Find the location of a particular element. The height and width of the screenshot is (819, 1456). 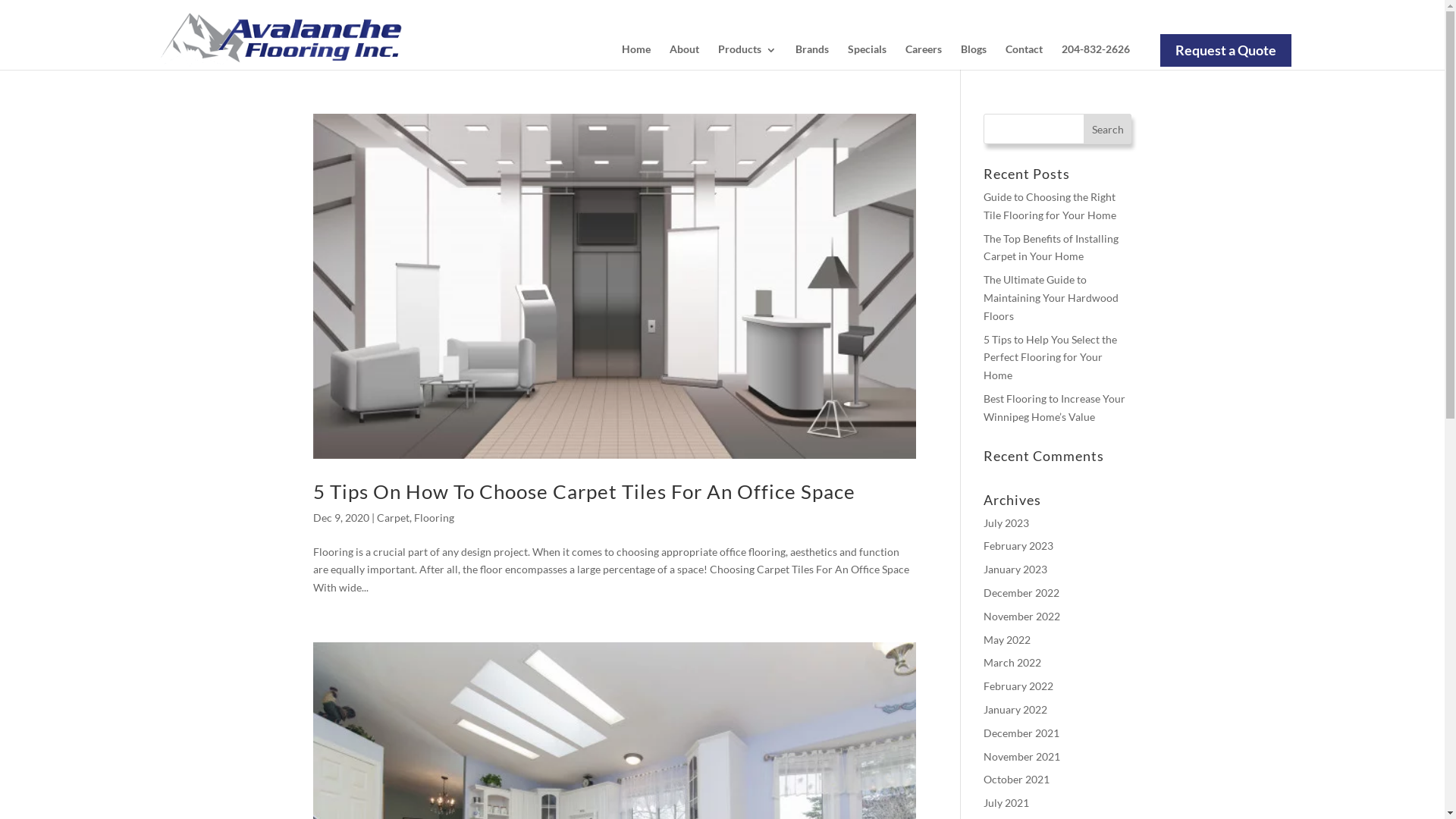

'Request a Quote' is located at coordinates (1225, 49).